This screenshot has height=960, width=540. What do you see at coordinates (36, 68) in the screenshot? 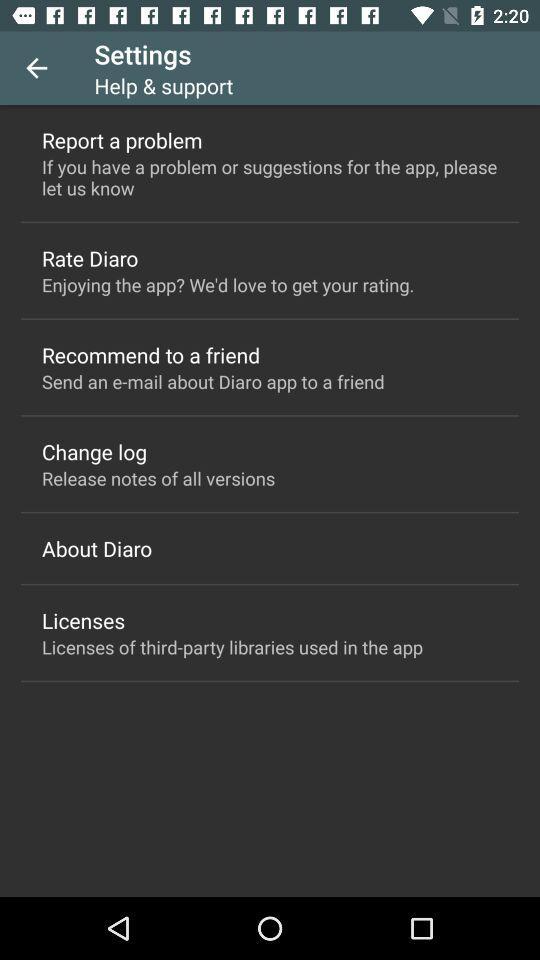
I see `item to the left of settings item` at bounding box center [36, 68].